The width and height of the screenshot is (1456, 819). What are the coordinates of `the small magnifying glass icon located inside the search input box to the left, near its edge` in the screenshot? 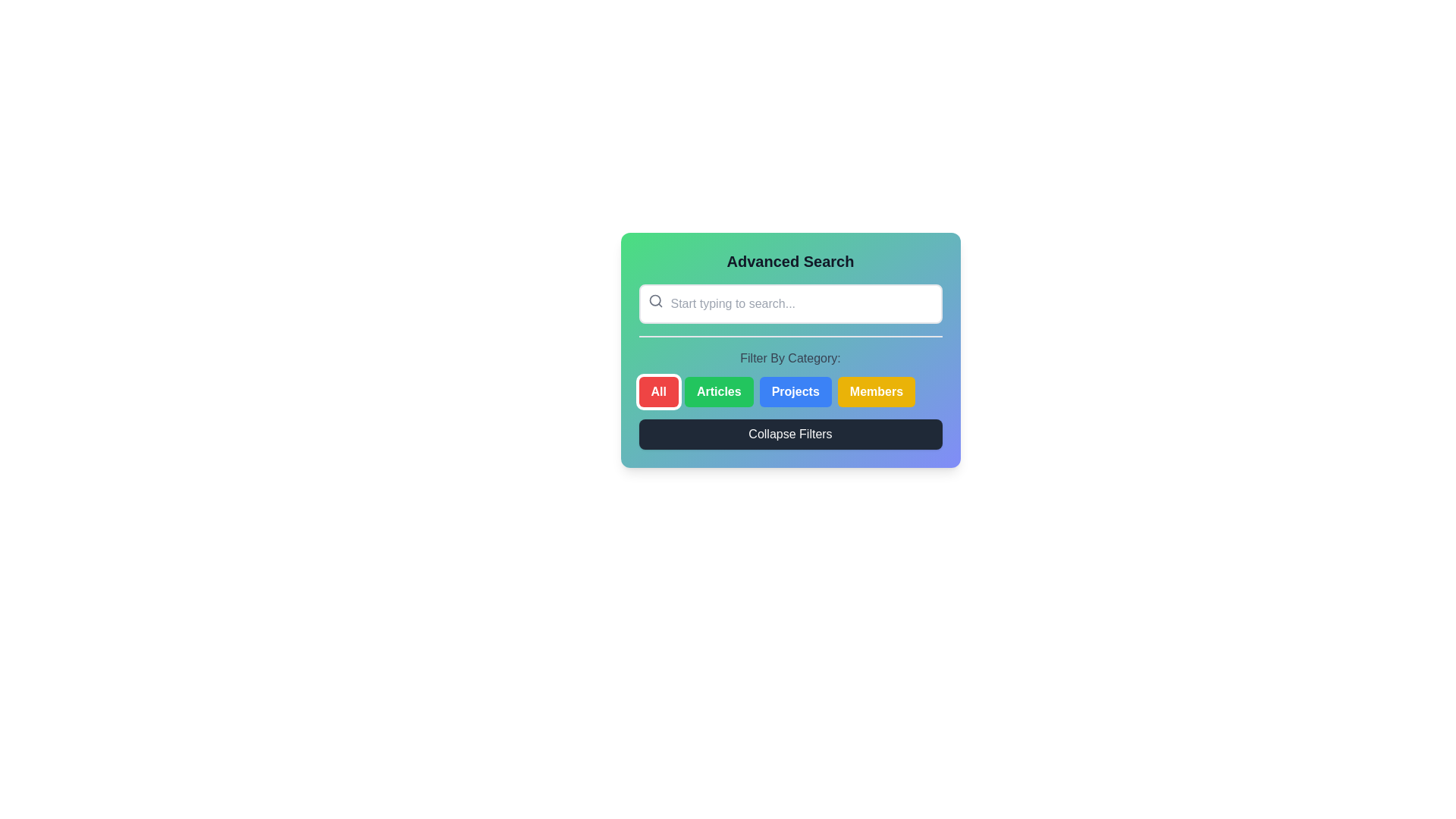 It's located at (655, 301).